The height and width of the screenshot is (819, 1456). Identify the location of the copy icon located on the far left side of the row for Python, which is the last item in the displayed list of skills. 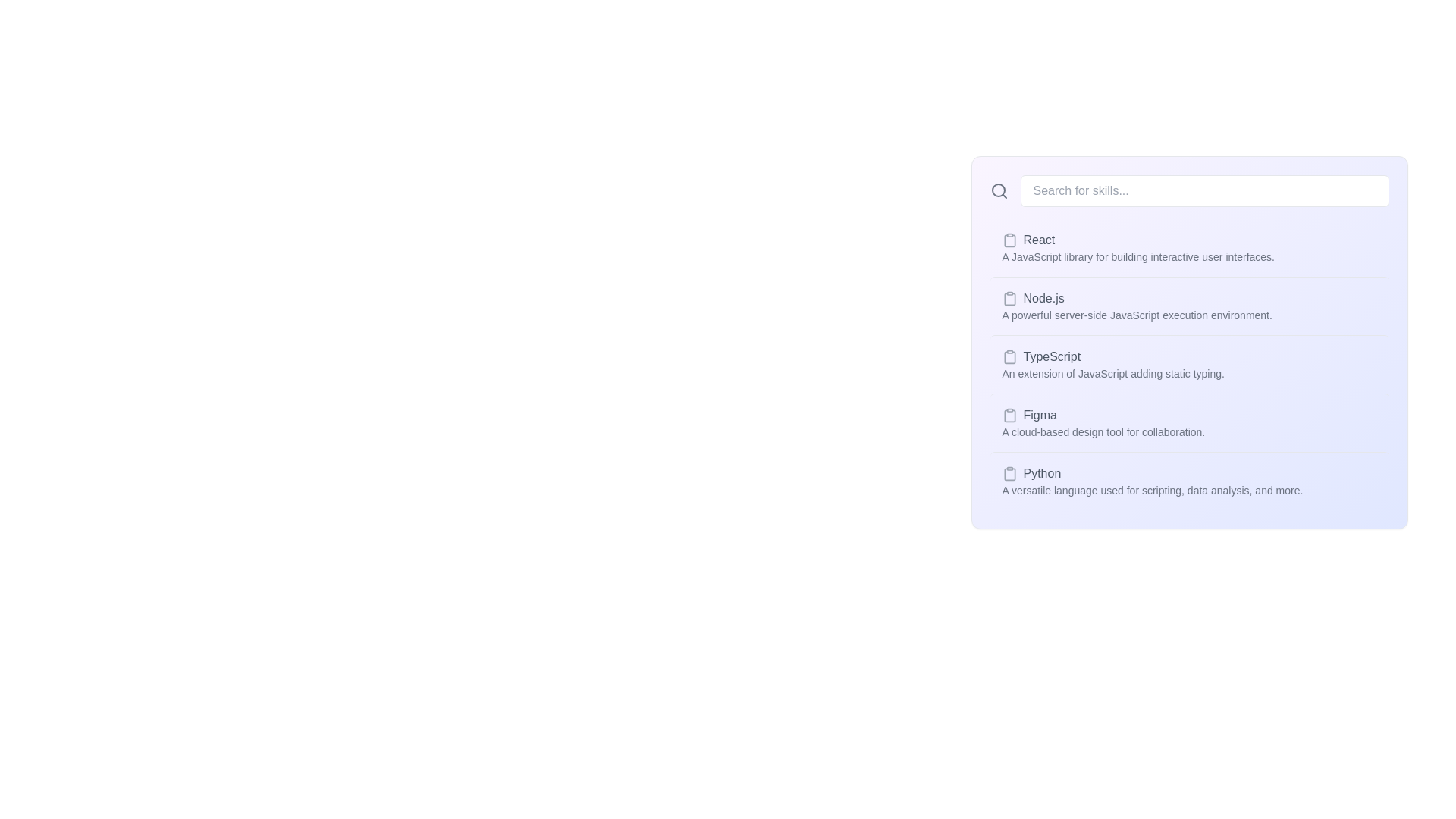
(1009, 472).